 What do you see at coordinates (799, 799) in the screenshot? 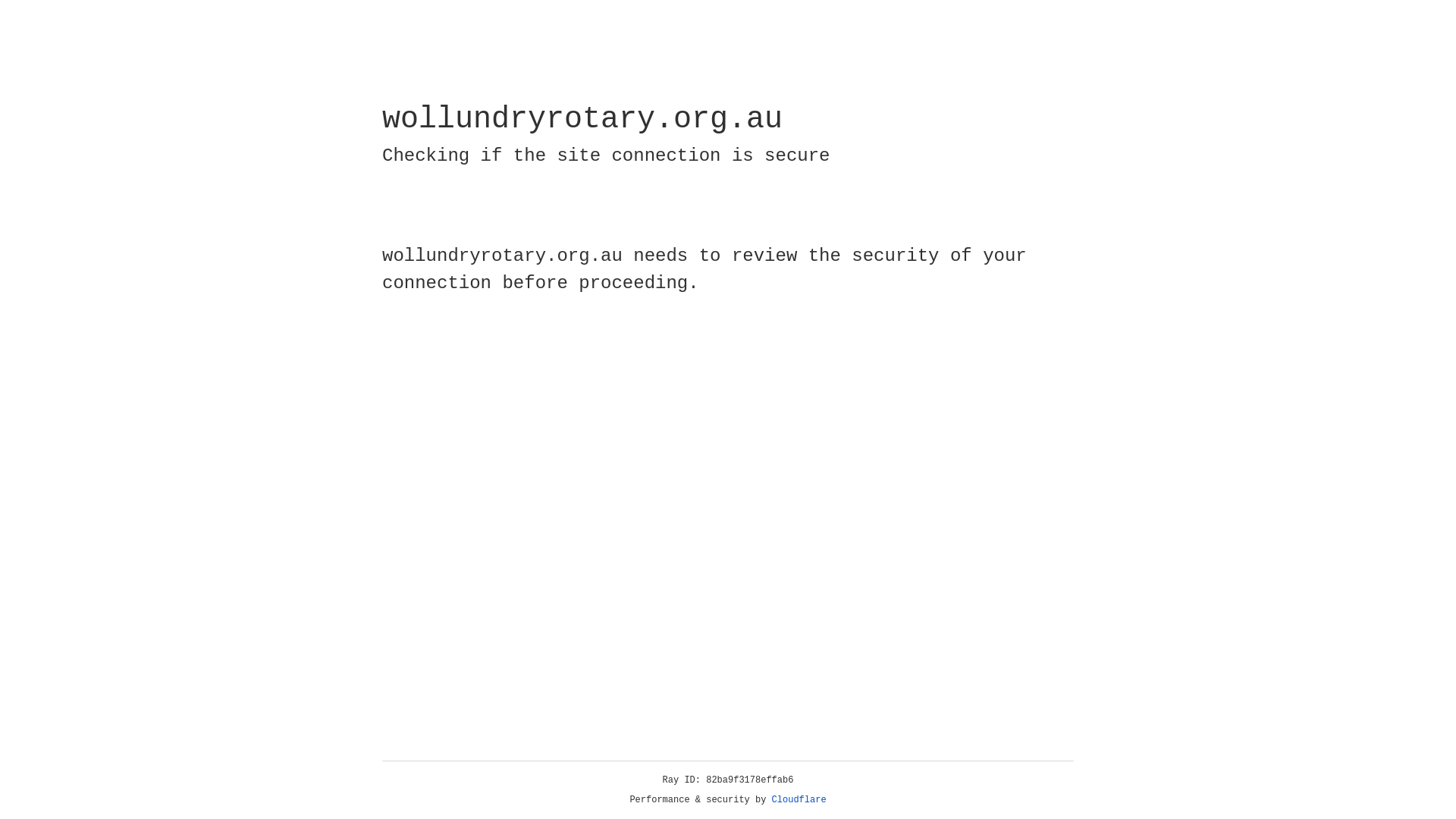
I see `'Cloudflare'` at bounding box center [799, 799].